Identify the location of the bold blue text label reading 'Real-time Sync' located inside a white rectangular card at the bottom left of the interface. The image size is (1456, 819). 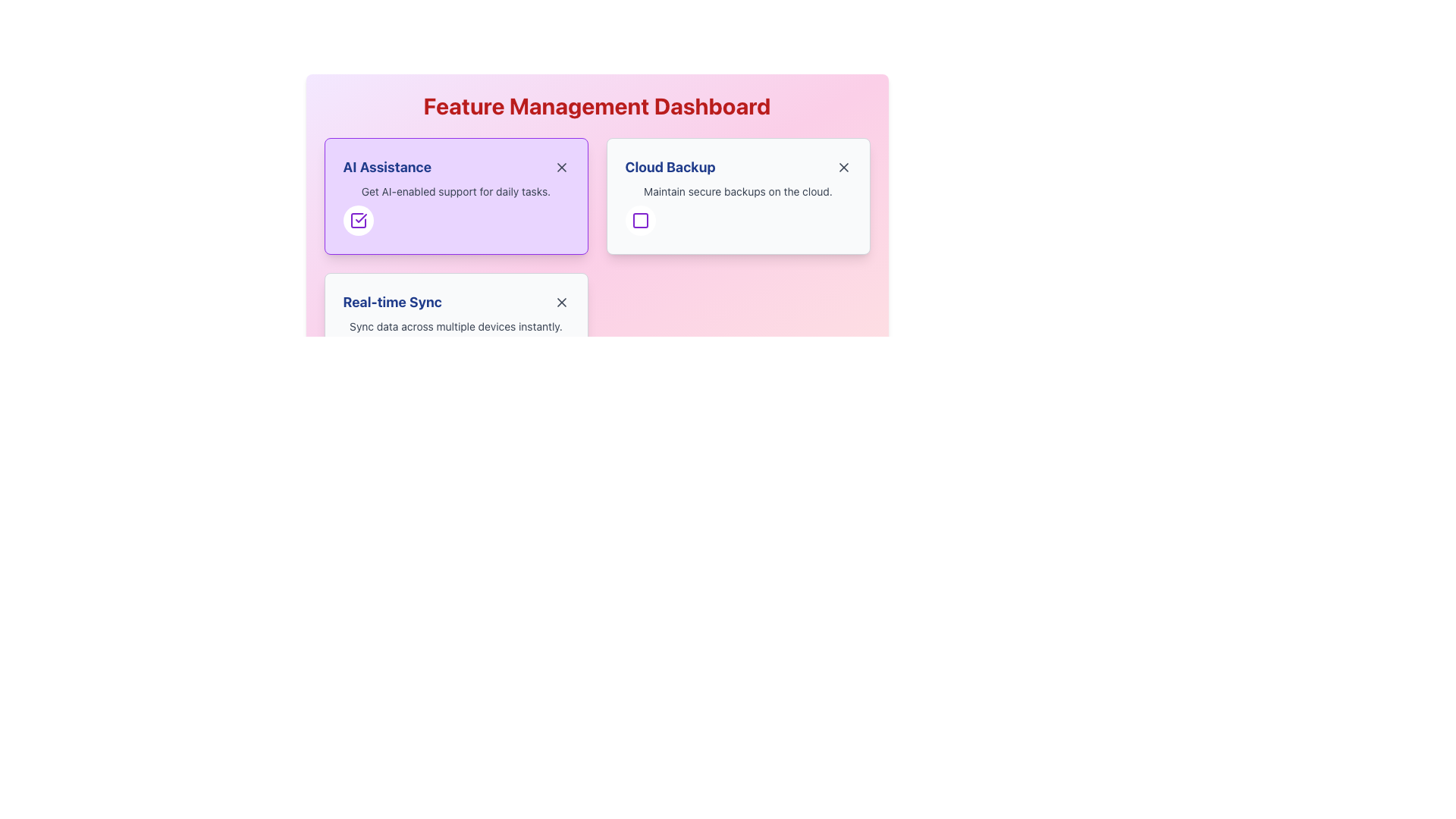
(392, 302).